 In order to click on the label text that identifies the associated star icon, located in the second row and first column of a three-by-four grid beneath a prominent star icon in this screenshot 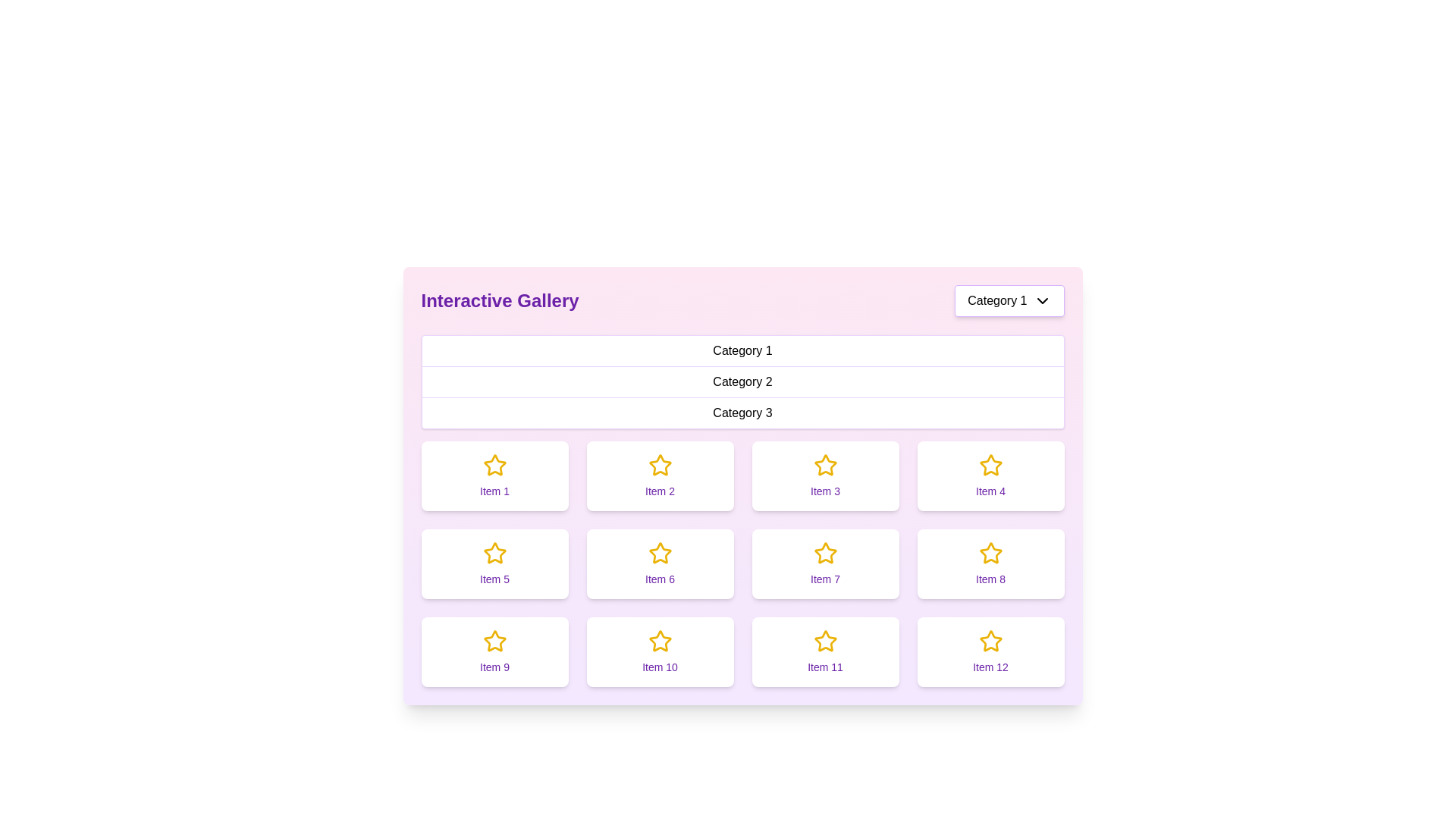, I will do `click(494, 579)`.